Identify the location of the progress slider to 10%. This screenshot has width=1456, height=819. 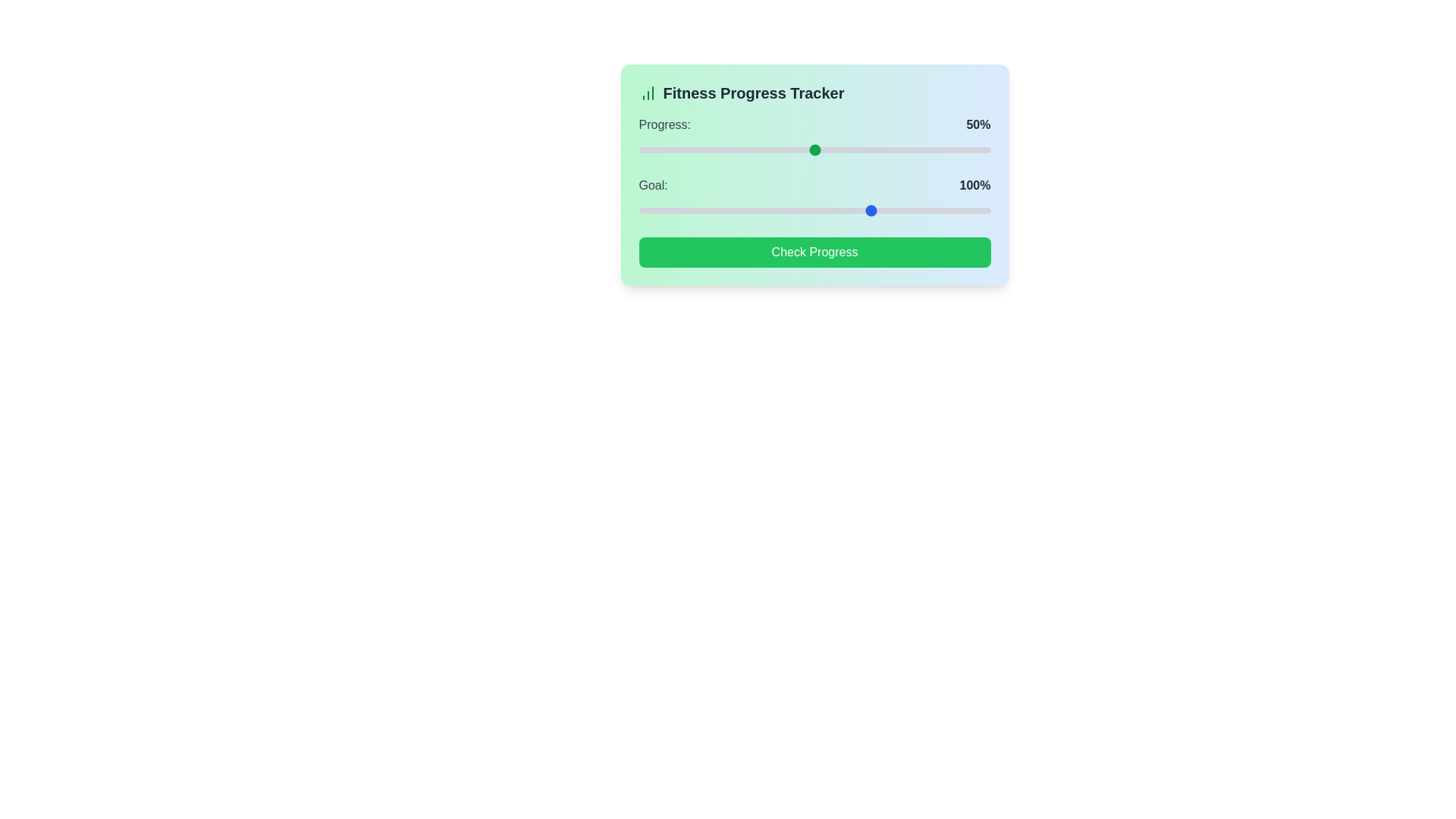
(673, 149).